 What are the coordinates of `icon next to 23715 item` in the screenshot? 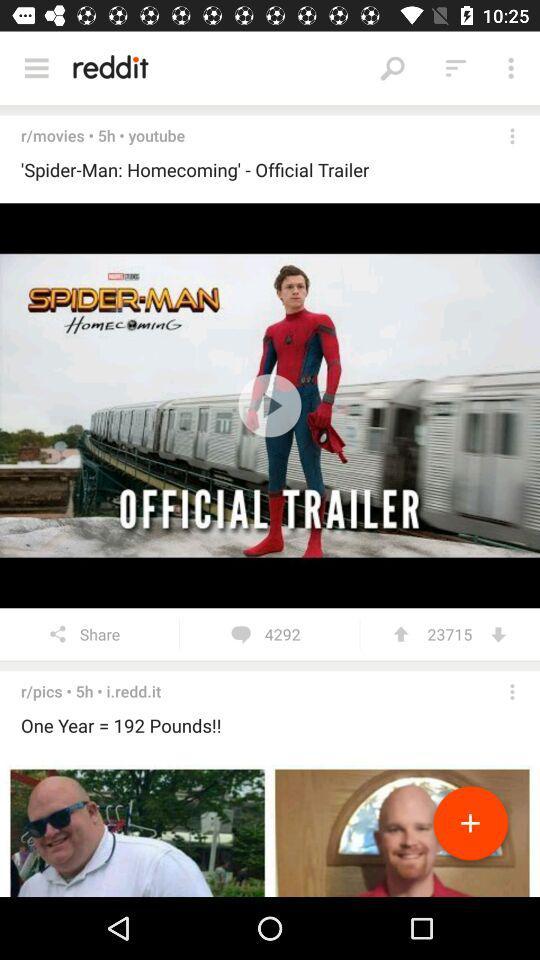 It's located at (497, 633).